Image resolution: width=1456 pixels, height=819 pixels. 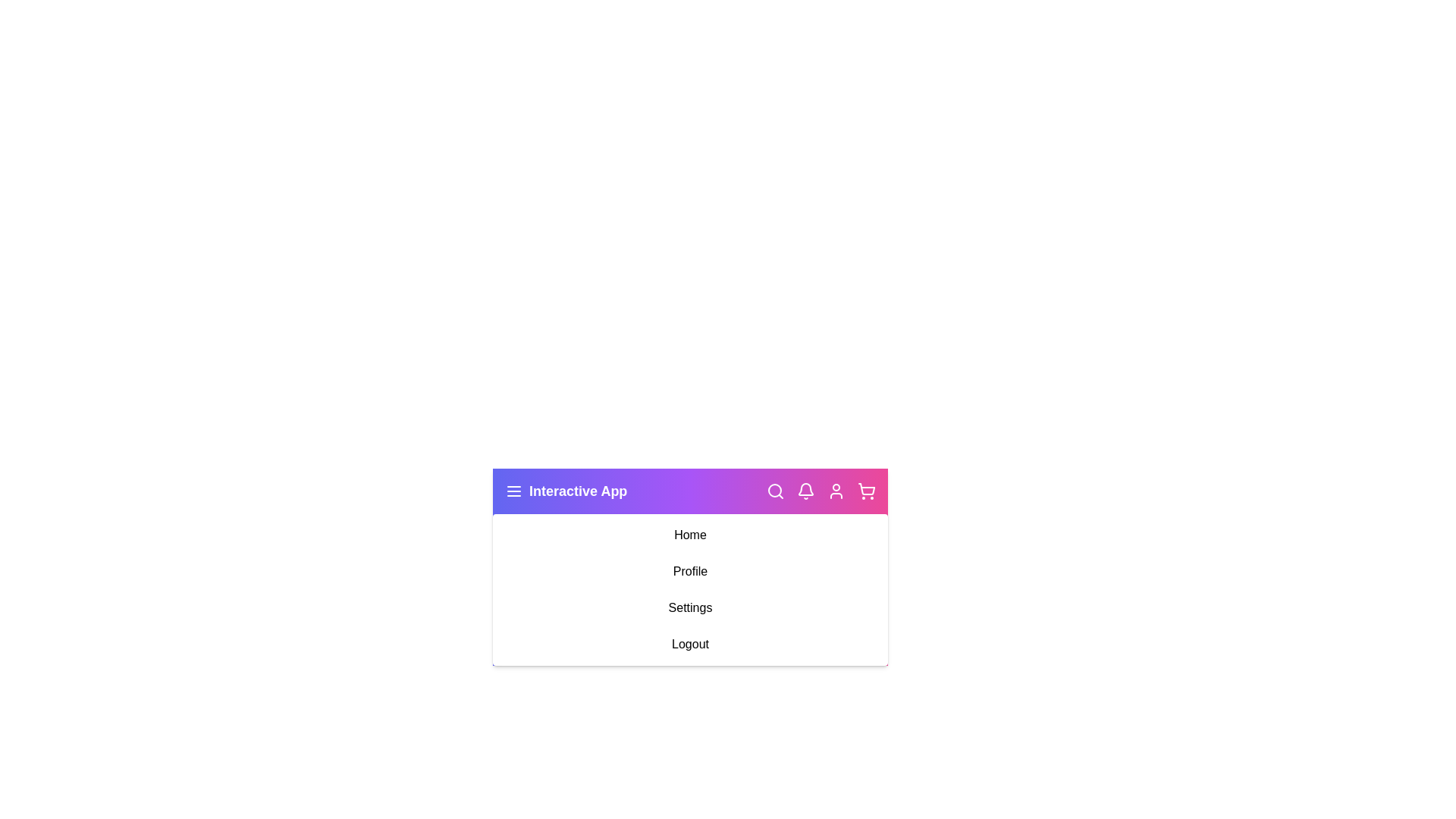 I want to click on the search icon to initiate a search, so click(x=775, y=491).